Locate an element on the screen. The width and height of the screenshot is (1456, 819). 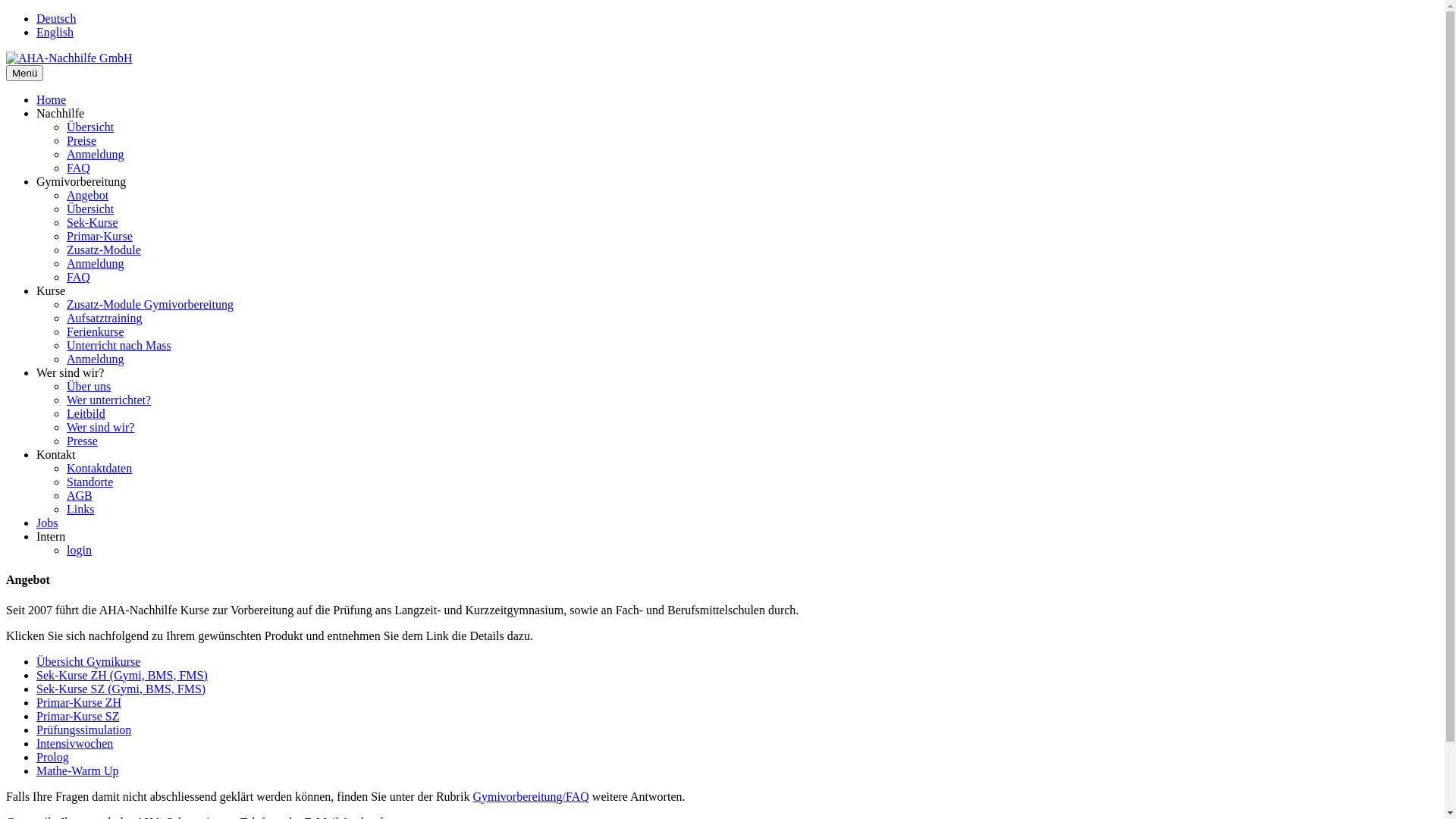
'Anmeldung' is located at coordinates (94, 154).